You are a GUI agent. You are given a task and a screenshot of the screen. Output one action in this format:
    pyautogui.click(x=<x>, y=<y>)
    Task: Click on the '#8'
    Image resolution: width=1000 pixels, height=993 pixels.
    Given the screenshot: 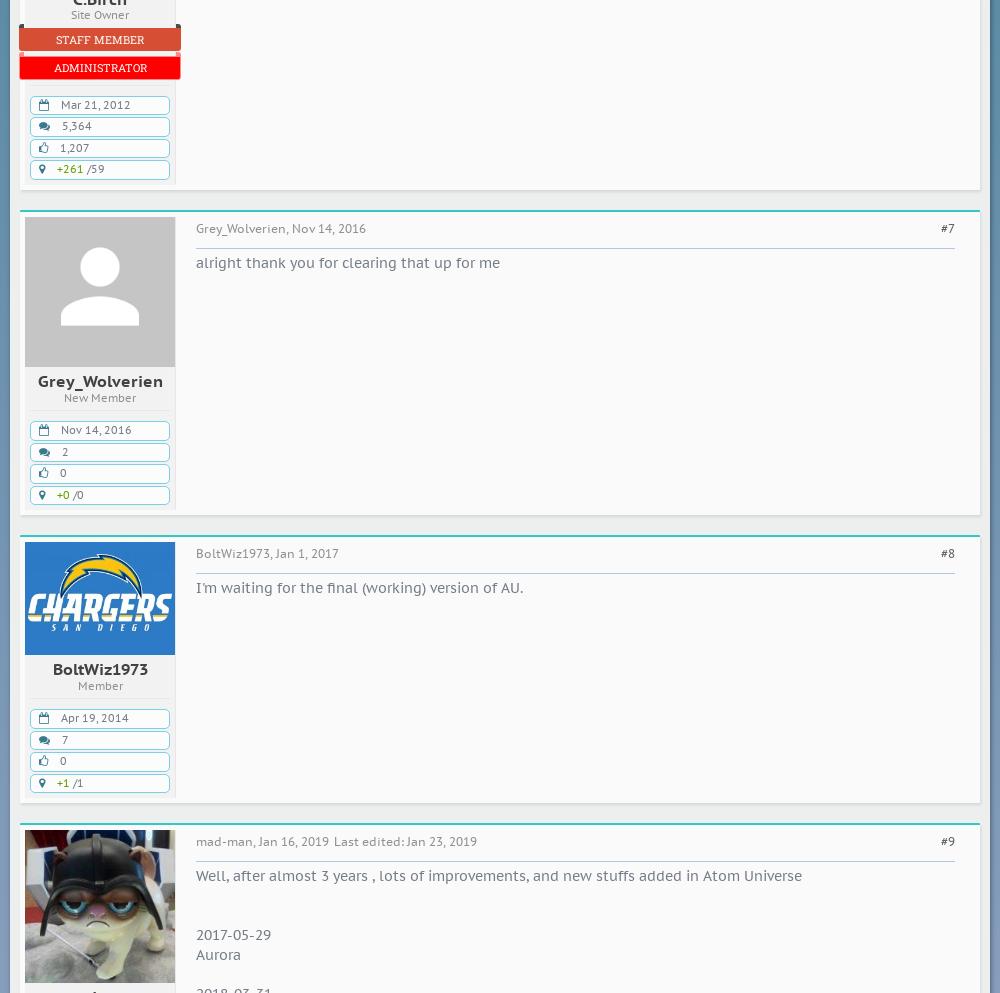 What is the action you would take?
    pyautogui.click(x=947, y=552)
    